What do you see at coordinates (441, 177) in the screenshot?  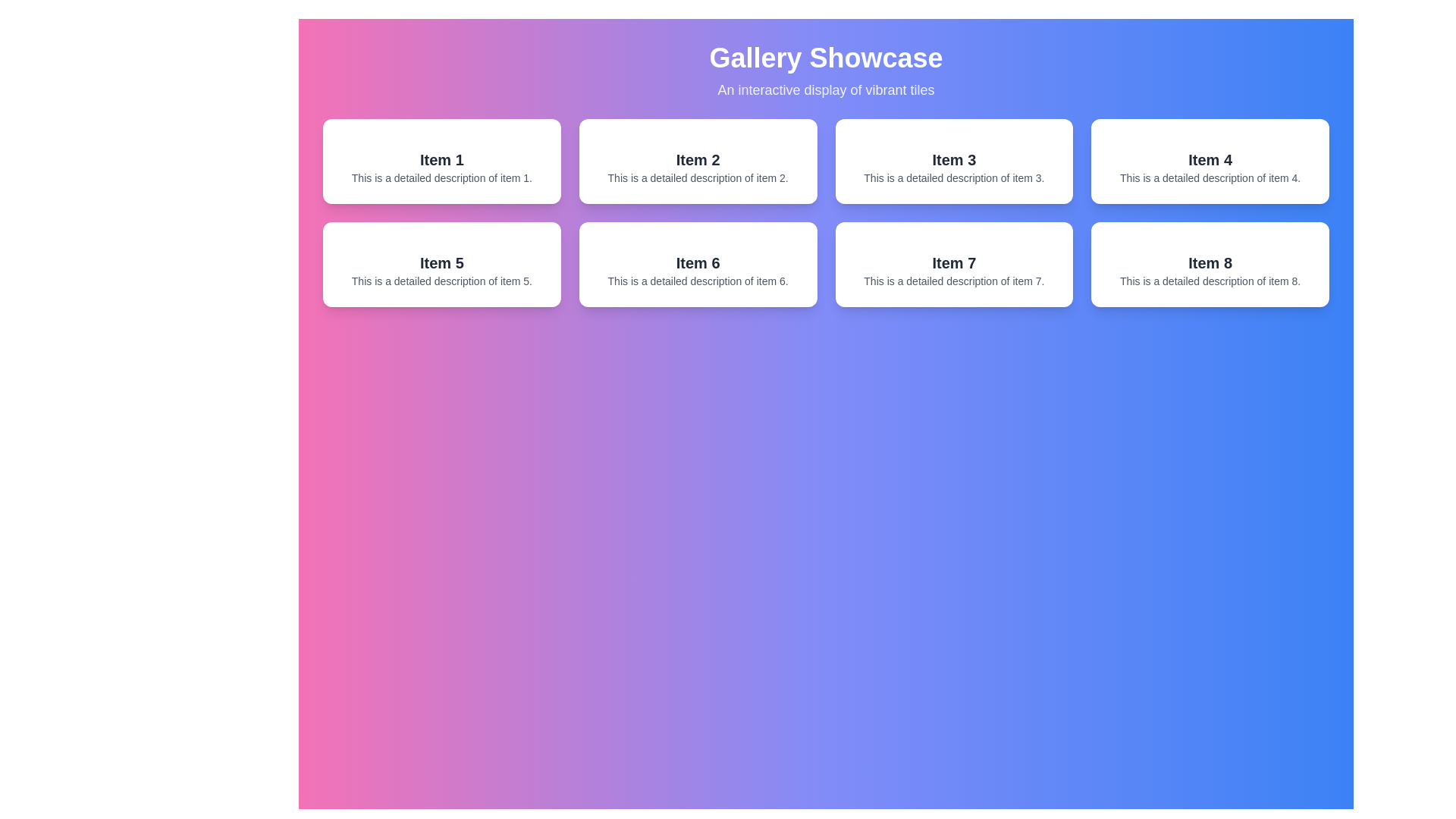 I see `text content of the Text Label element displaying 'This is a detailed description of item 1.' located below the title 'Item 1' in the first card of the 'Gallery Showcase'` at bounding box center [441, 177].